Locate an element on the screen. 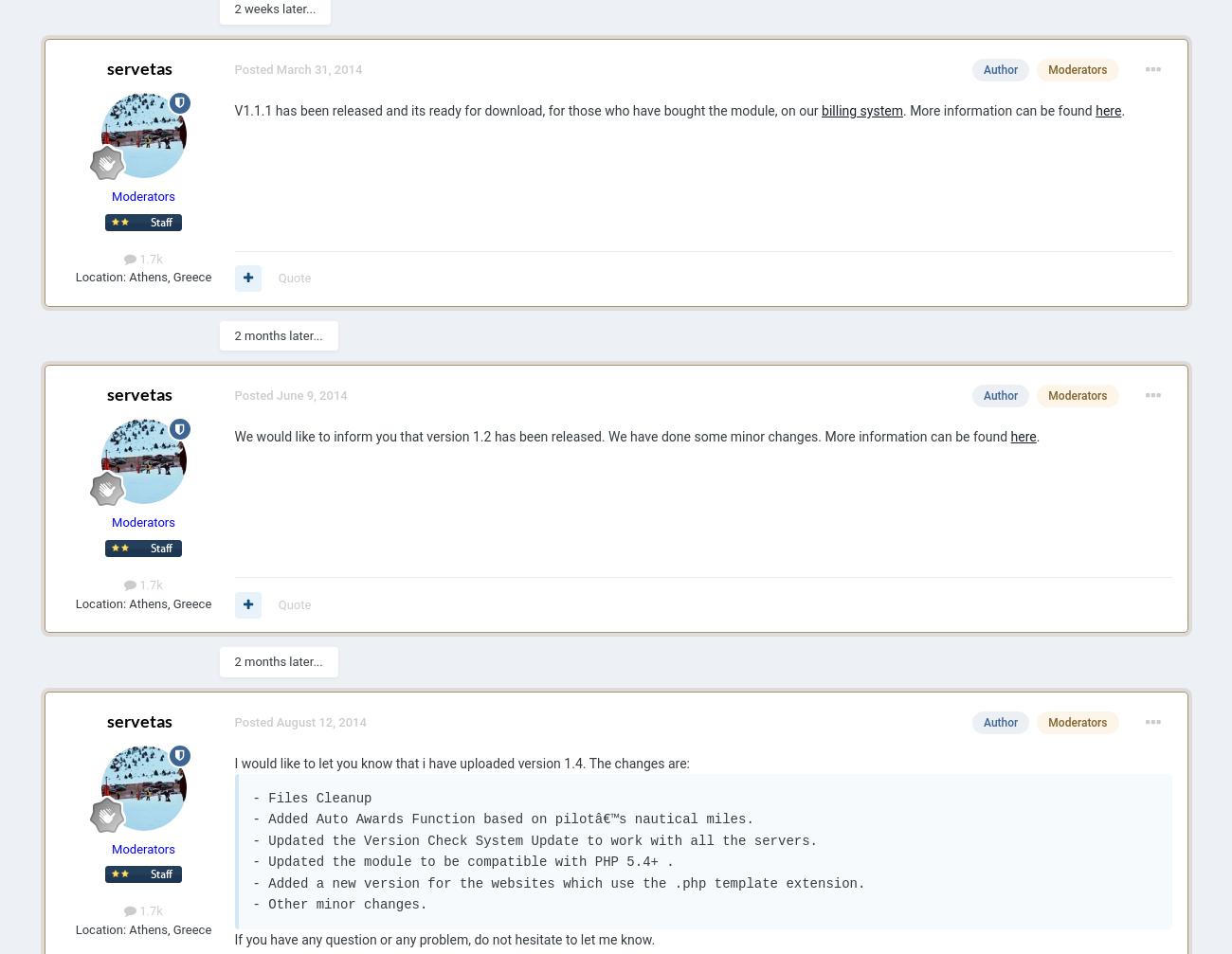 This screenshot has width=1232, height=954. '- Files Cleanup
- Added Auto Awards Function based on pilotâ€™s nautical miles.
- Updated the Version Check System Update to work with all the servers.
- Updated the module to be compatible with PHP 5.4+ .
- Added a new version for the websites which use the .php template extension.
- Other minor changes.' is located at coordinates (557, 851).